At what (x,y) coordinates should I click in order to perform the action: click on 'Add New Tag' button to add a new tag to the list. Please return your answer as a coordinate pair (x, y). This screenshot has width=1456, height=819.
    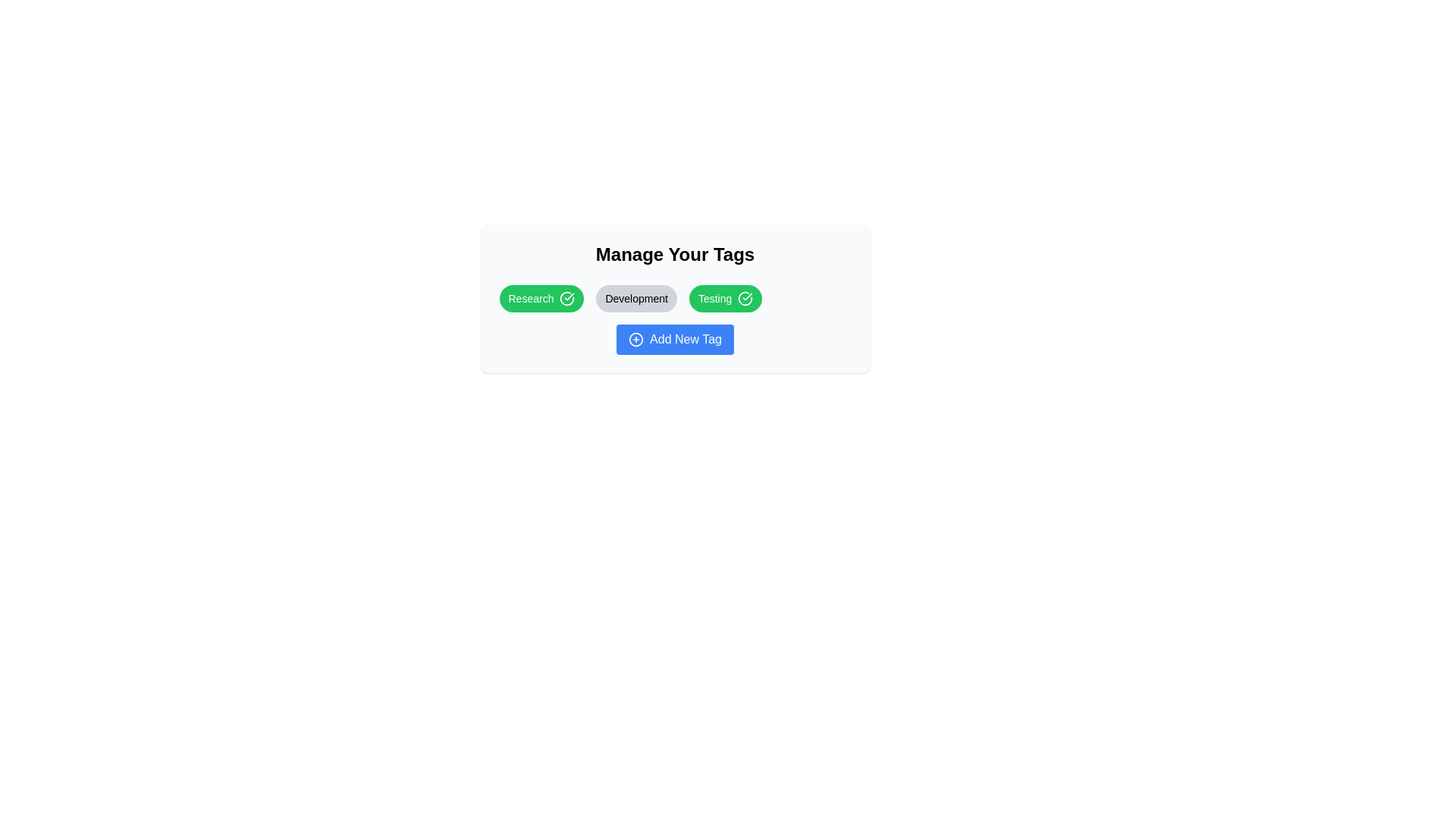
    Looking at the image, I should click on (674, 338).